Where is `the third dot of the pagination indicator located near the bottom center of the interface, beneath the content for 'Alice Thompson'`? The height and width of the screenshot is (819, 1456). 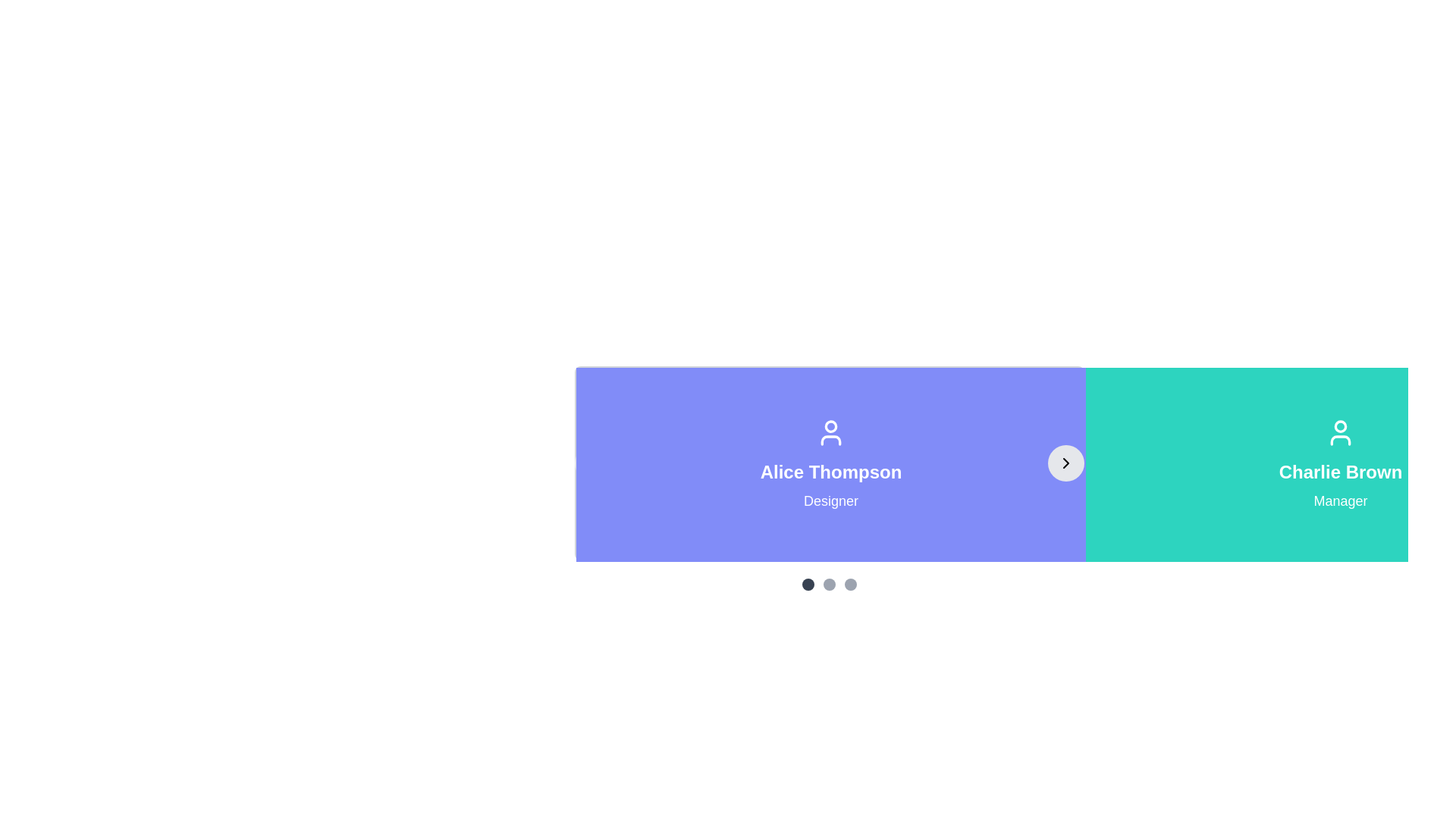
the third dot of the pagination indicator located near the bottom center of the interface, beneath the content for 'Alice Thompson' is located at coordinates (829, 584).